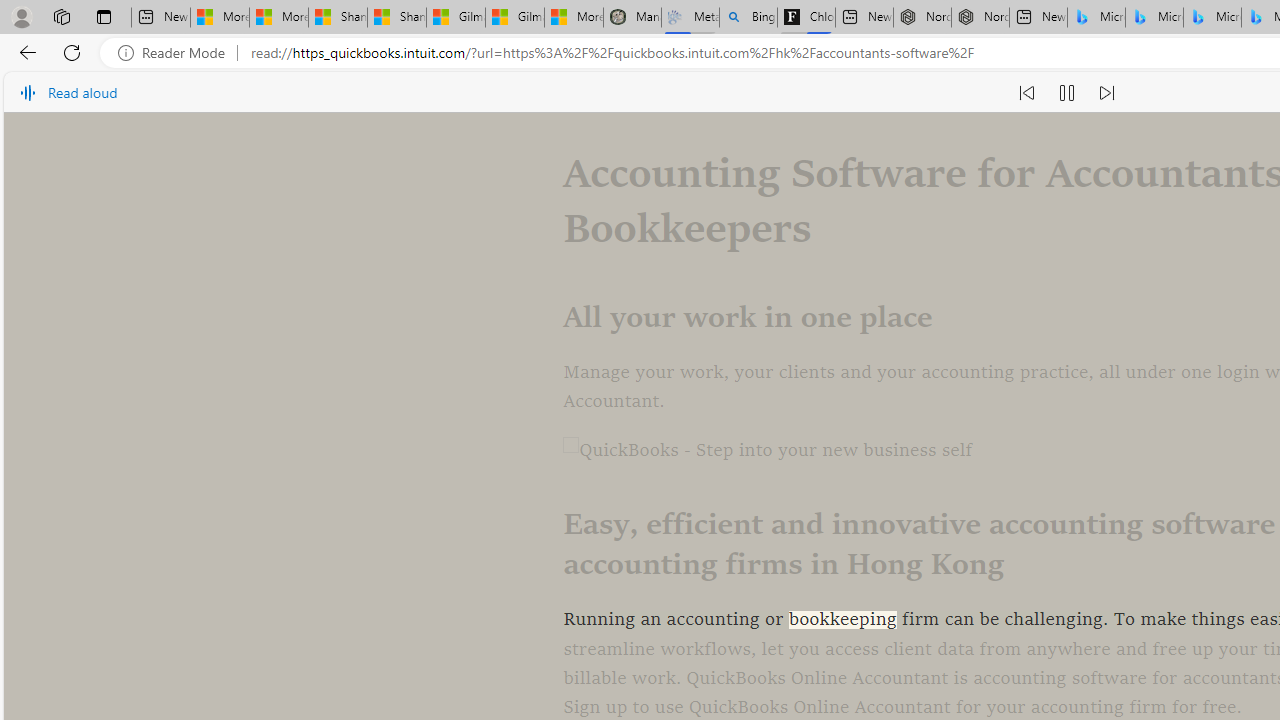  What do you see at coordinates (1154, 17) in the screenshot?
I see `'Microsoft Bing Travel - Stays in Bangkok, Bangkok, Thailand'` at bounding box center [1154, 17].